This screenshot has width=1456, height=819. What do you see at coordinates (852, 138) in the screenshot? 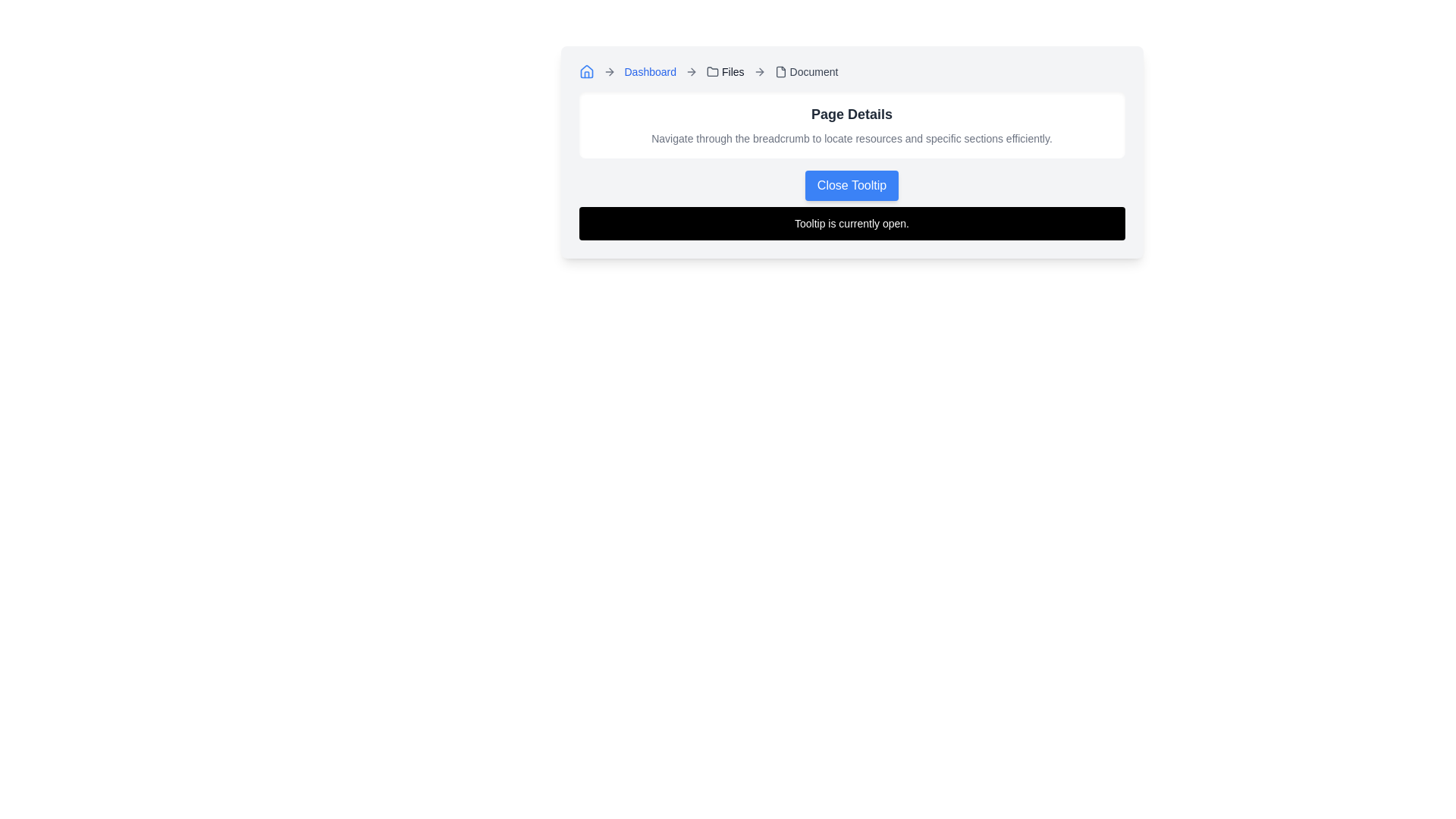
I see `the descriptive guide text element located directly below the header 'Page Details' and centered horizontally within the interface` at bounding box center [852, 138].